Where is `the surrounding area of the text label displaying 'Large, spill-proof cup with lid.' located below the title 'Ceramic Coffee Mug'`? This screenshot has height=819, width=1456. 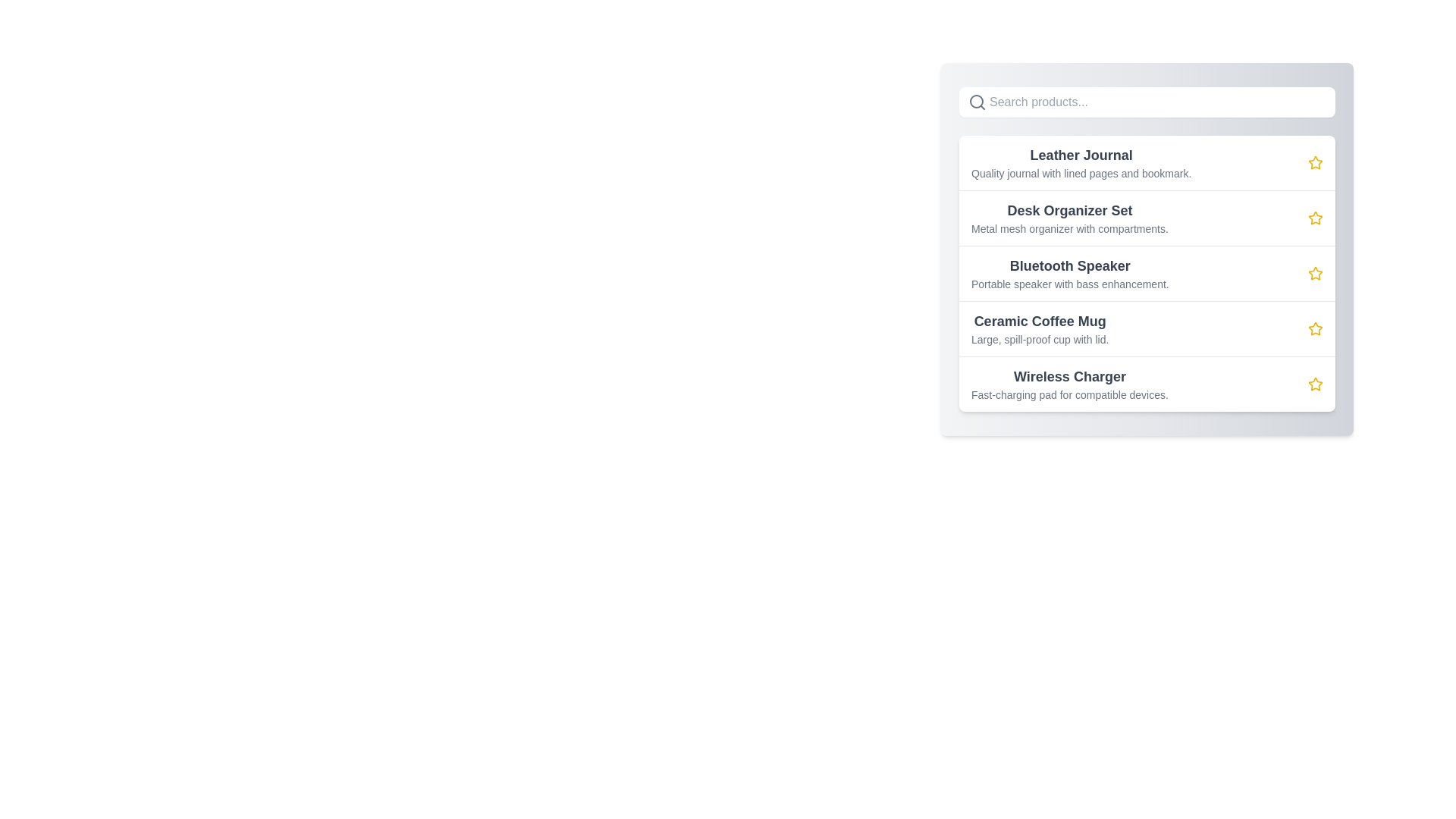 the surrounding area of the text label displaying 'Large, spill-proof cup with lid.' located below the title 'Ceramic Coffee Mug' is located at coordinates (1039, 338).